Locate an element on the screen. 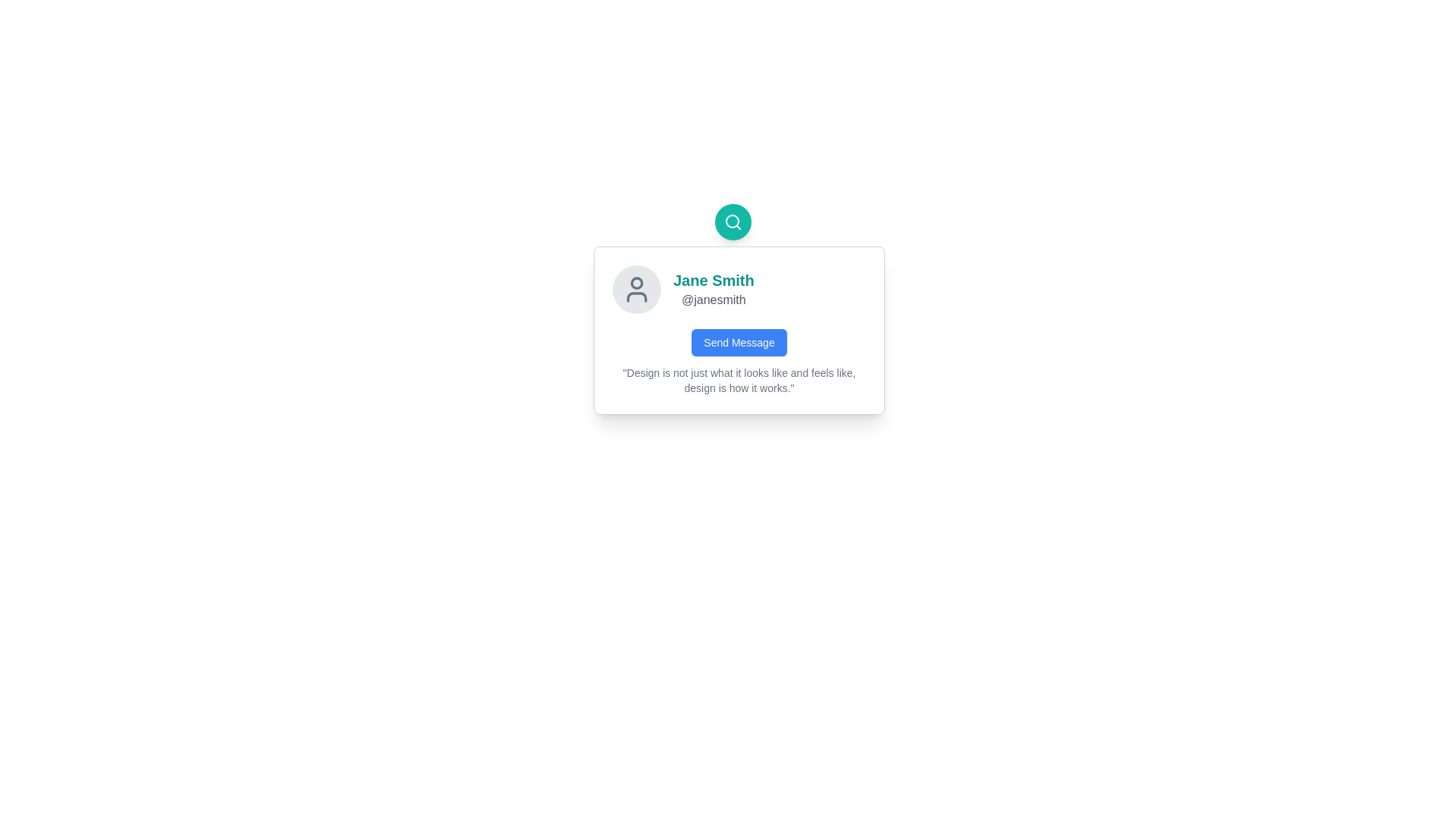 This screenshot has width=1456, height=819. the button located centrally below the username '@janesmith' and profile photo to send a direct message to the user is located at coordinates (739, 342).